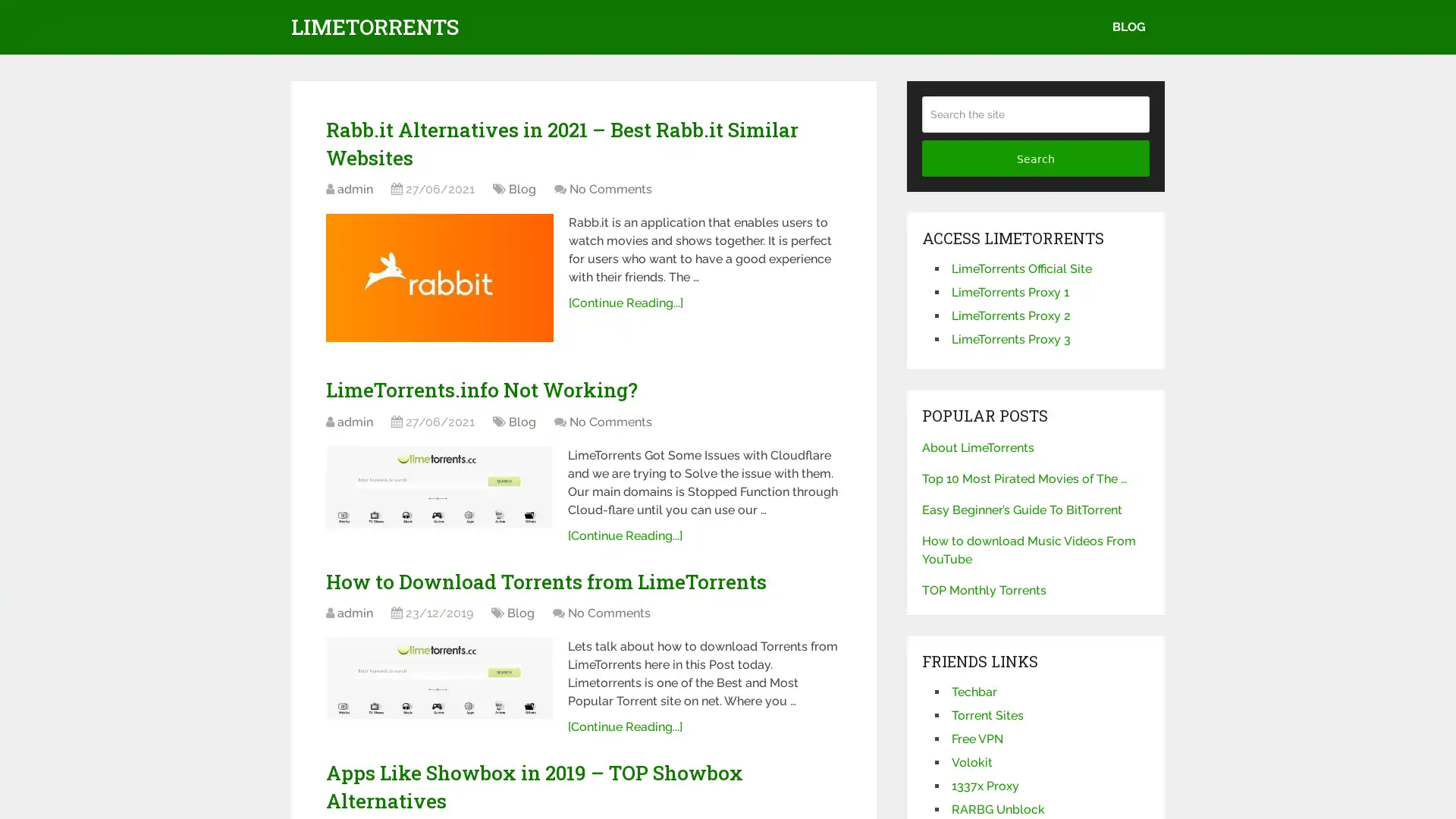 This screenshot has height=819, width=1456. I want to click on Search, so click(1035, 158).